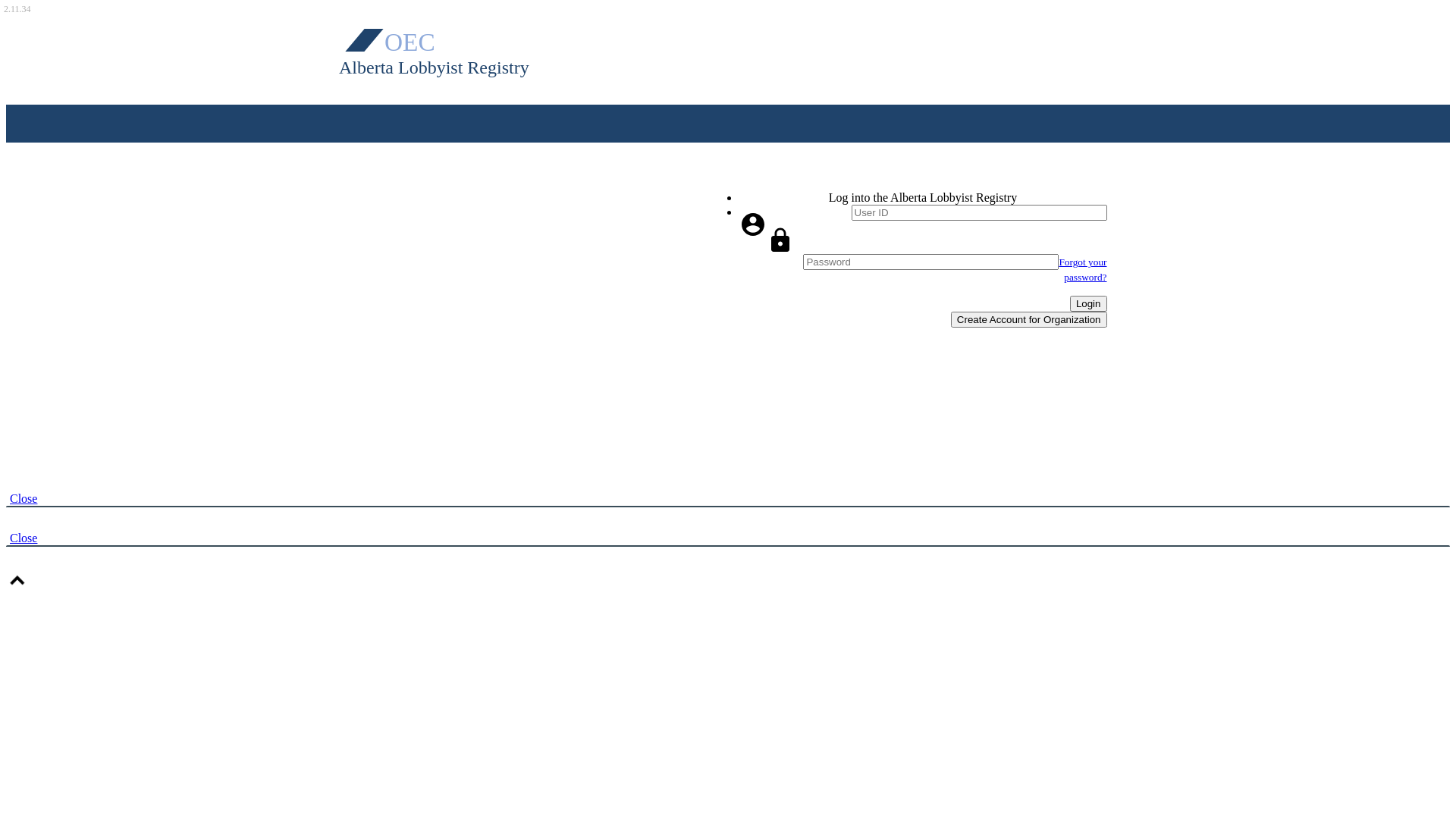  What do you see at coordinates (1029, 318) in the screenshot?
I see `'Create Account for Organization'` at bounding box center [1029, 318].